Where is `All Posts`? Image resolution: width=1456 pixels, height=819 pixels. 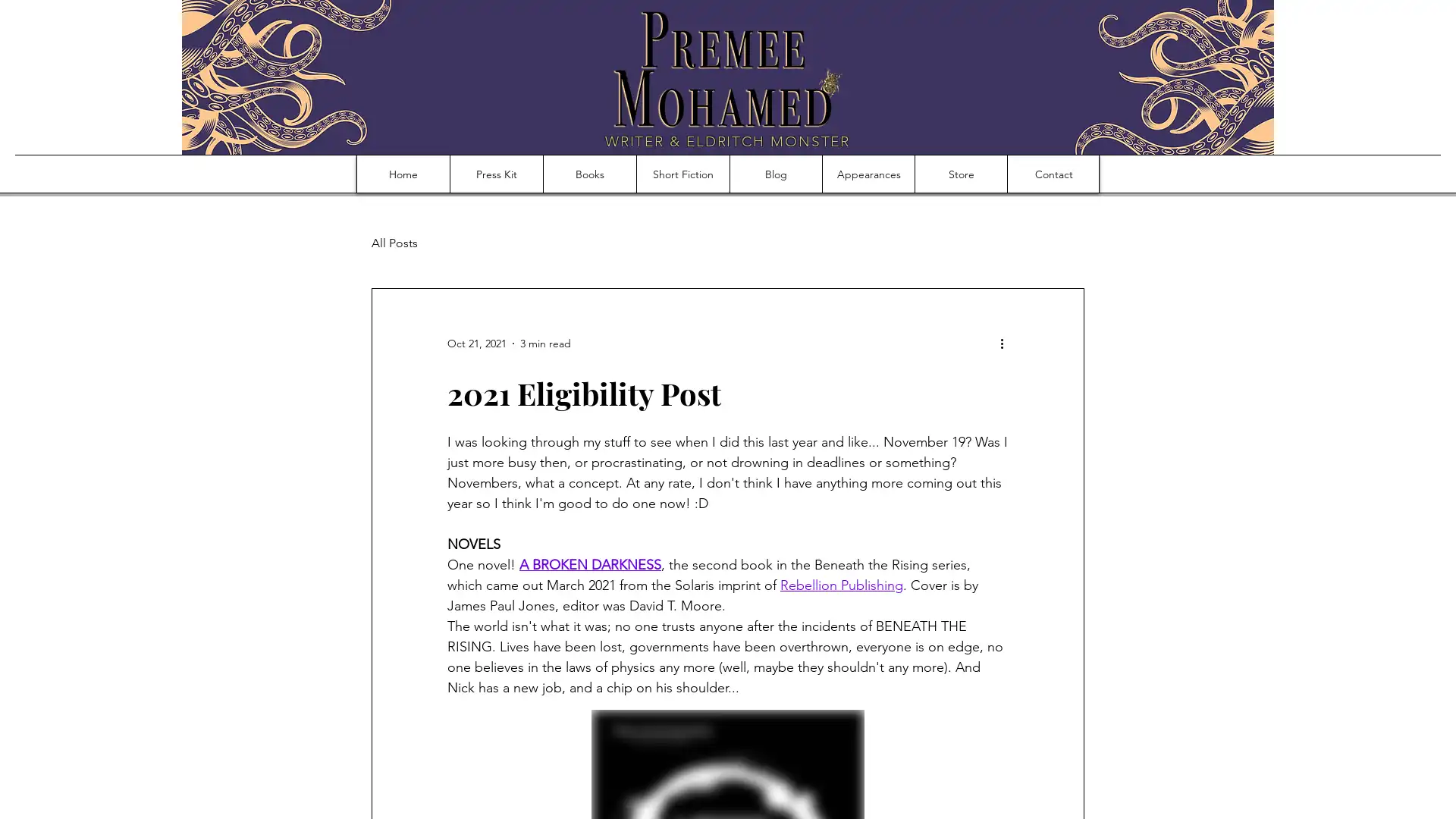 All Posts is located at coordinates (394, 241).